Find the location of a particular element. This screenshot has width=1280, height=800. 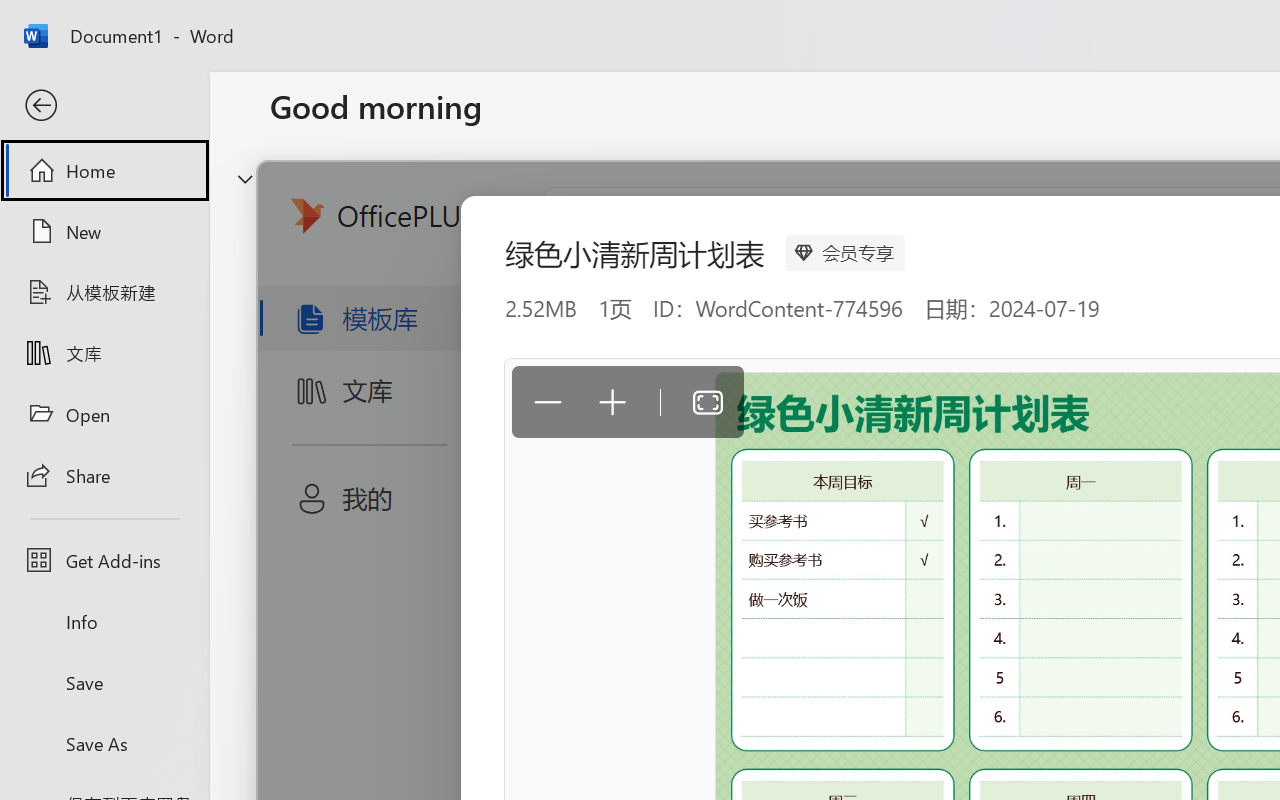

'Info' is located at coordinates (103, 621).